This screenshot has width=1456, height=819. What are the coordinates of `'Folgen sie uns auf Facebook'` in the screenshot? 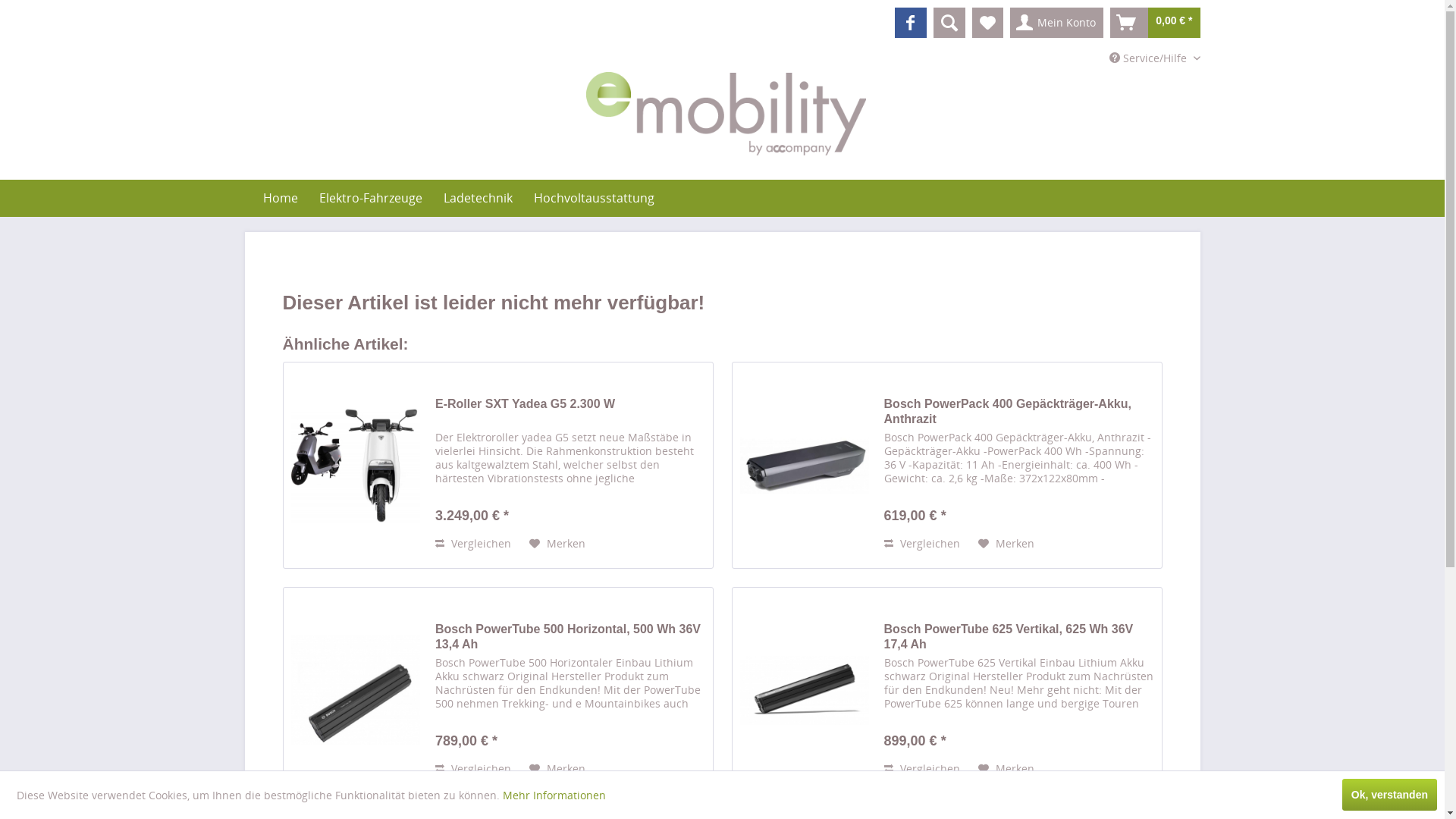 It's located at (910, 23).